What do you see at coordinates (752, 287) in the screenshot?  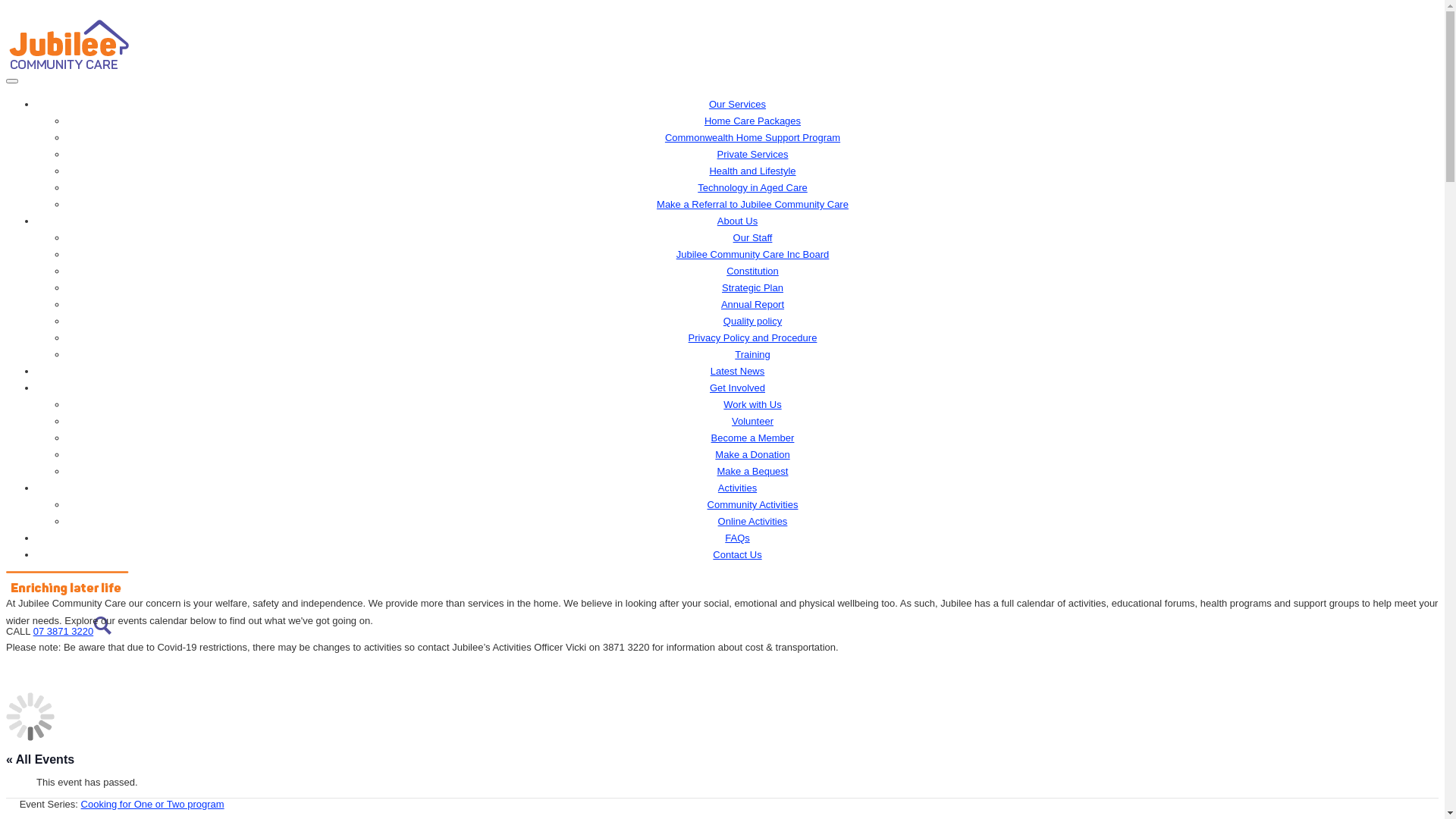 I see `'Strategic Plan'` at bounding box center [752, 287].